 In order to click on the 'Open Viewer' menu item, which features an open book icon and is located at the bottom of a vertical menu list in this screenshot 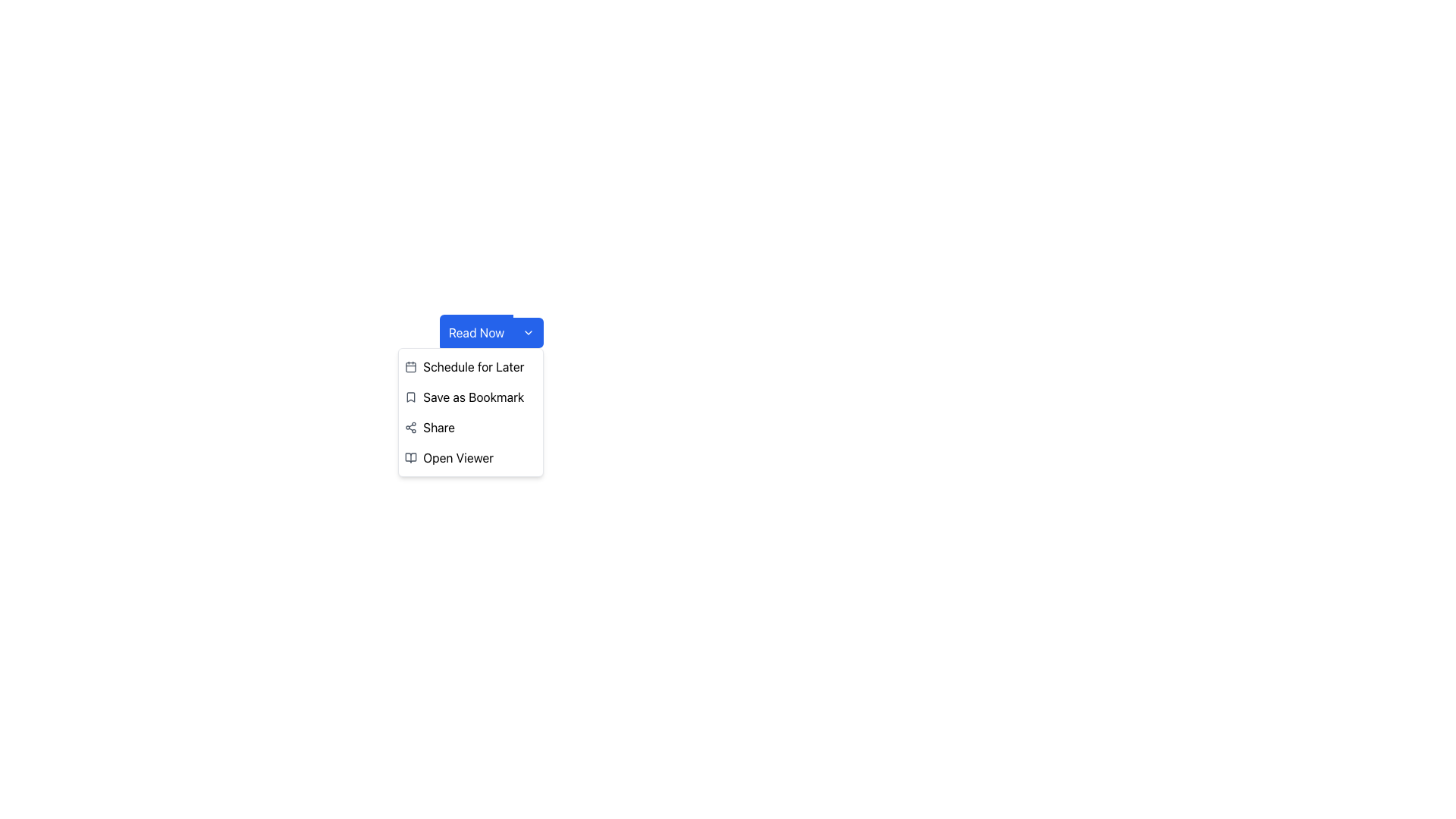, I will do `click(470, 457)`.